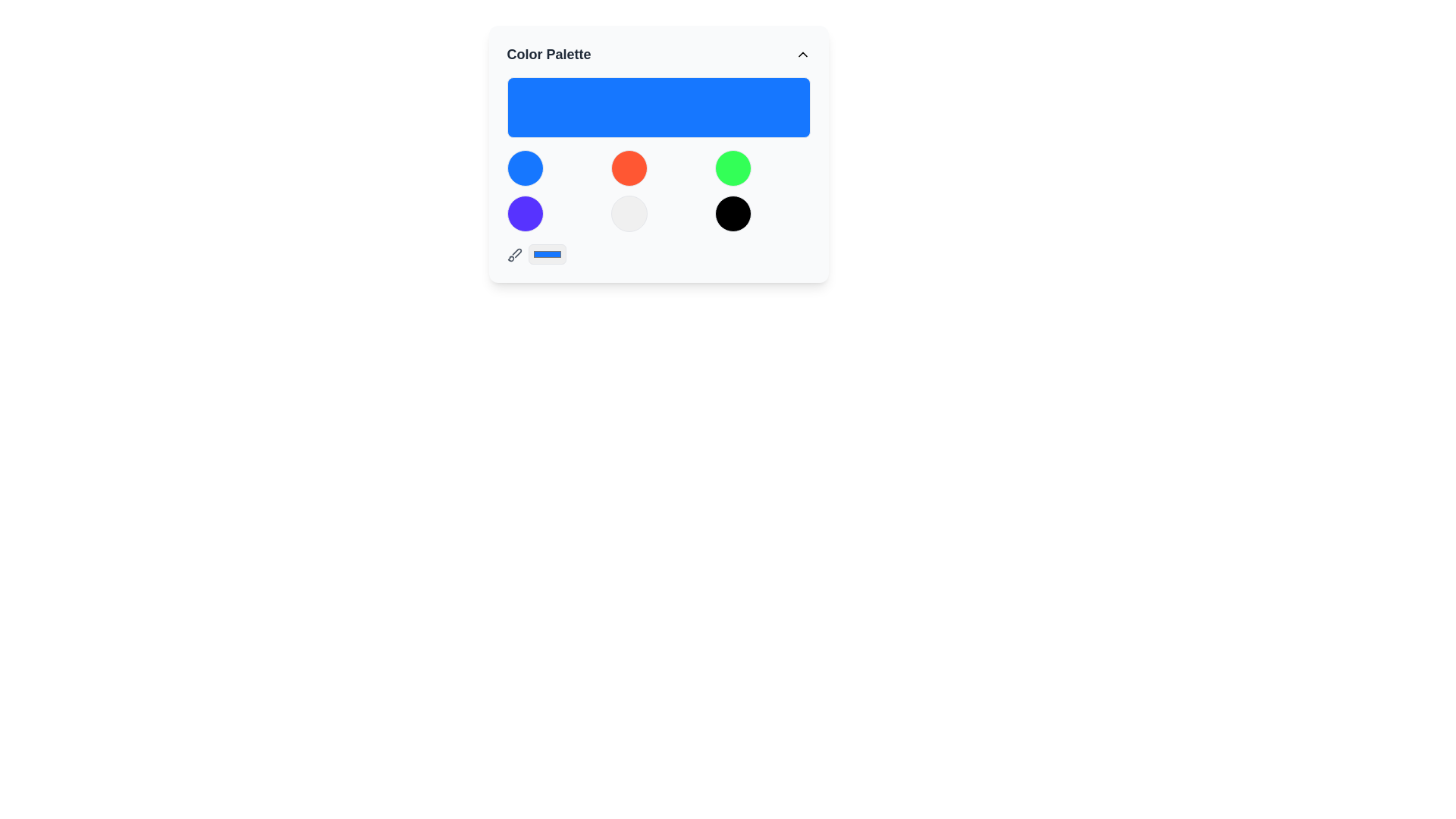 The width and height of the screenshot is (1456, 819). Describe the element at coordinates (802, 54) in the screenshot. I see `the upward arrow button located at the top-right corner of the 'Color Palette' card` at that location.